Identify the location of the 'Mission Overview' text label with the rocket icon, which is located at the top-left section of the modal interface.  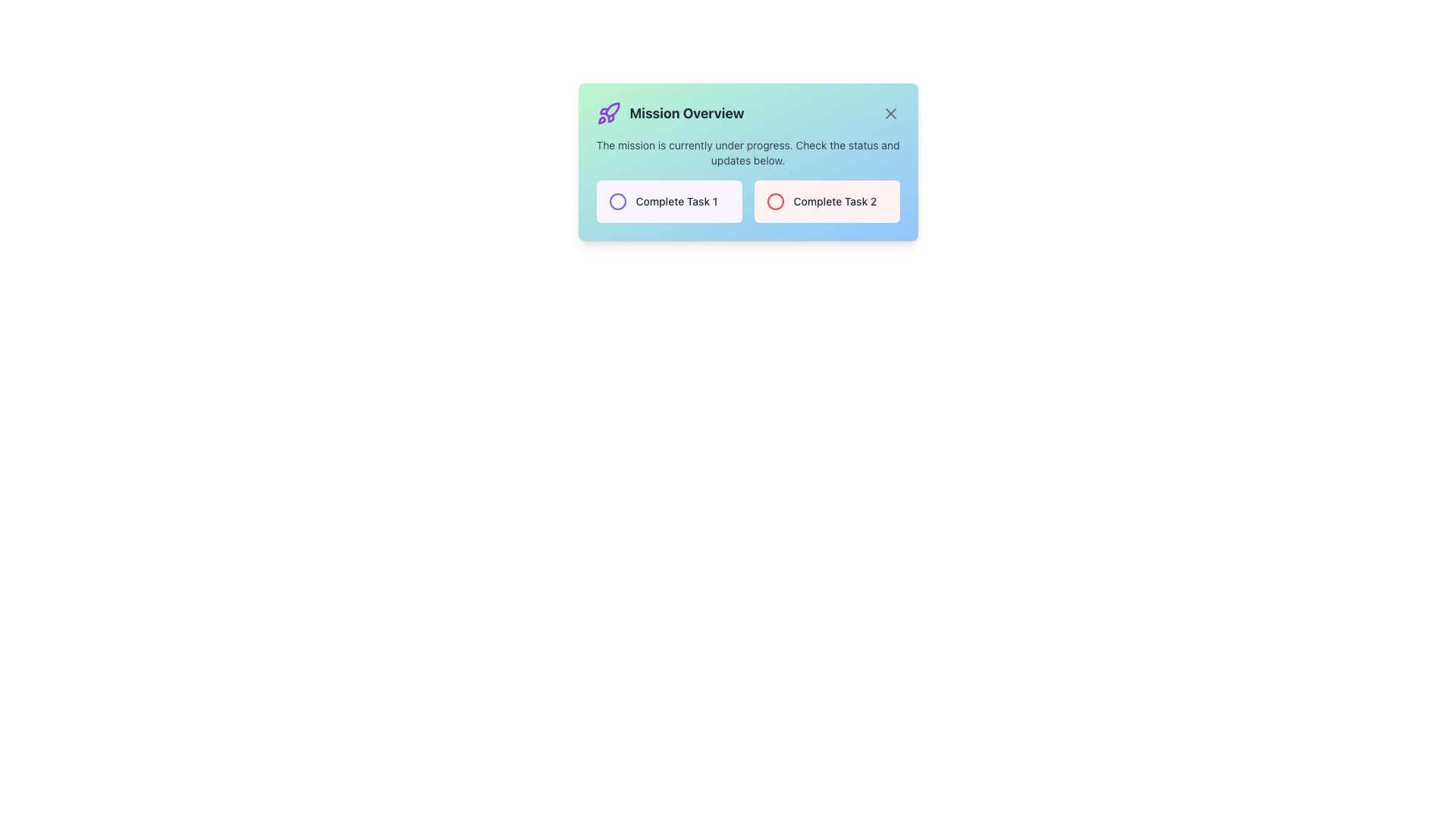
(669, 113).